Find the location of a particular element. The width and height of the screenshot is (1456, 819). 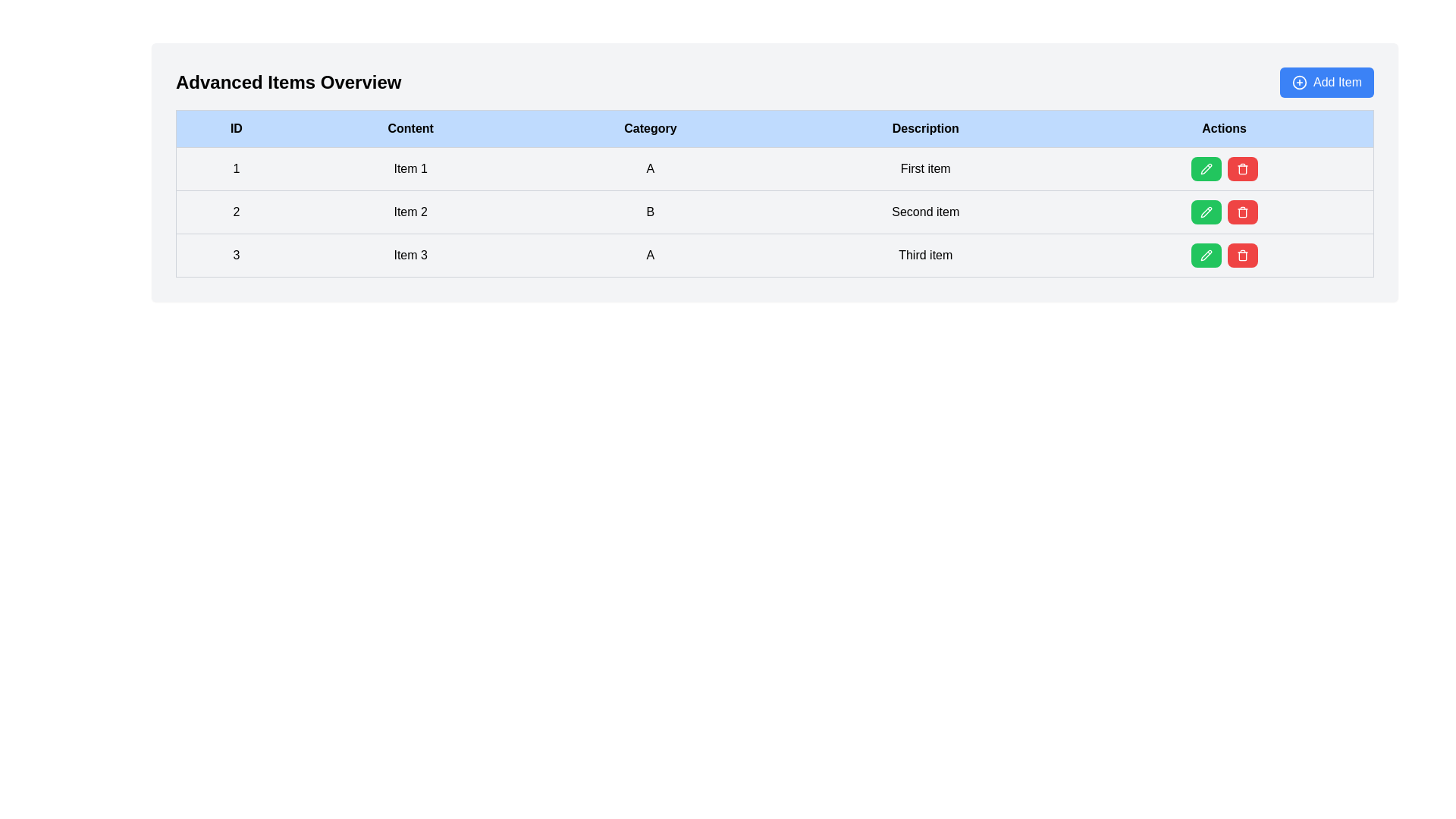

the green button with a white pencil icon in the center located in the 'Actions' column of the second table row to initiate editing is located at coordinates (1205, 212).